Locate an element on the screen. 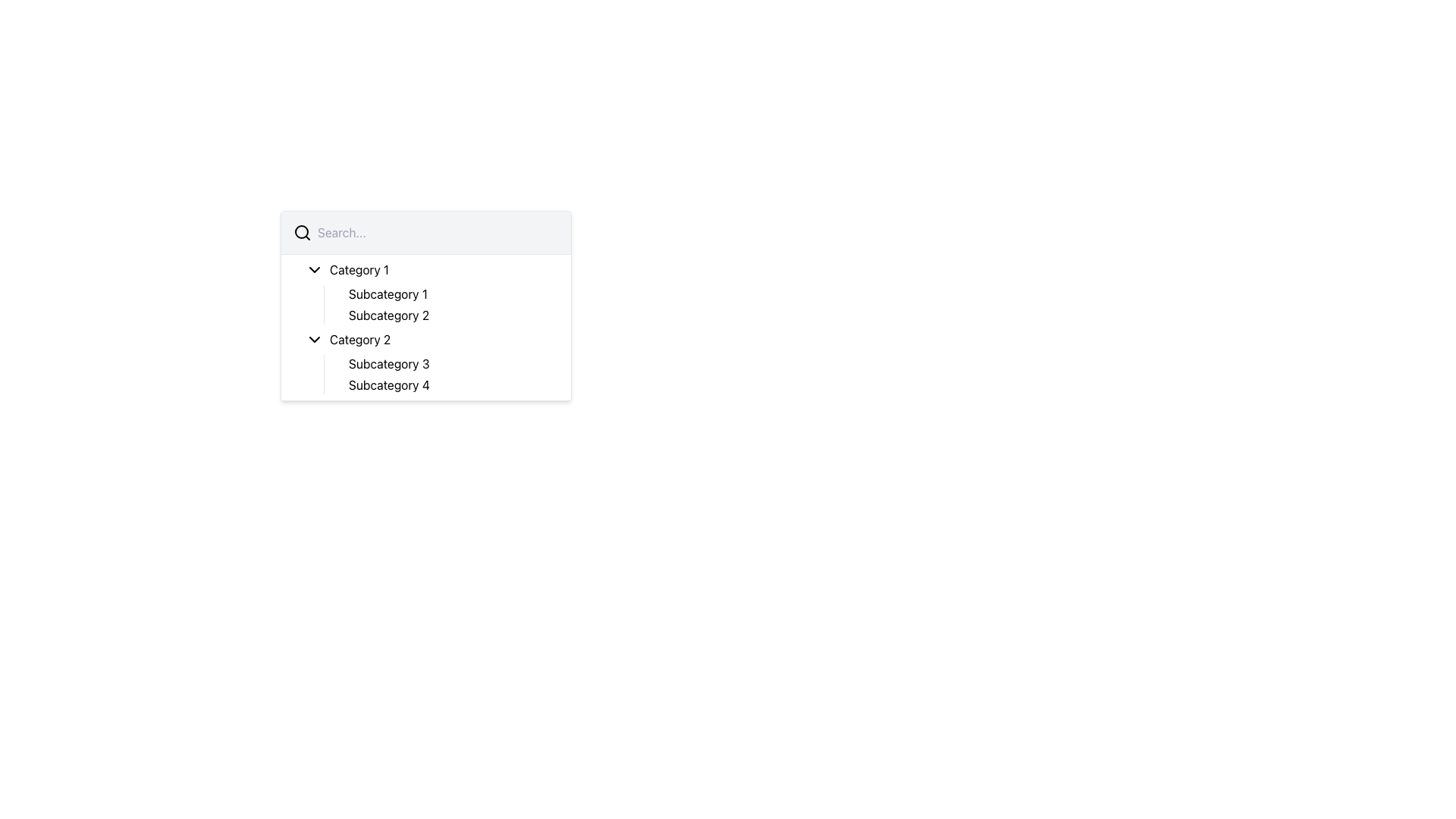  the text label displaying 'Subcategory 2', which is styled in black font and positioned as the second subcategory under 'Category 1' is located at coordinates (389, 315).